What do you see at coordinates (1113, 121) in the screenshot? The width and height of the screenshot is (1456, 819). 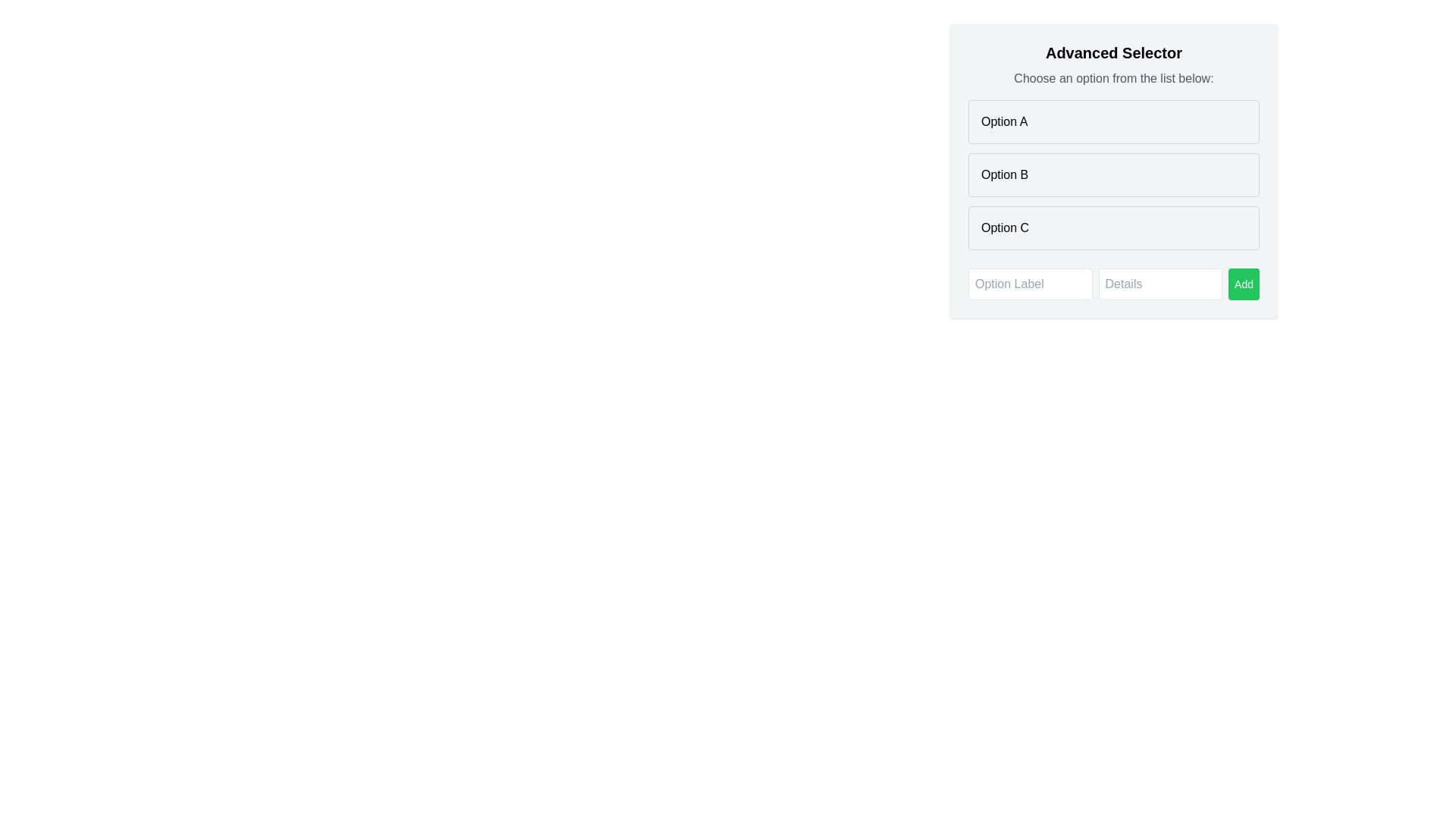 I see `the first option in the vertically stacked list of selectable items within the 'Advanced Selector' UI component` at bounding box center [1113, 121].